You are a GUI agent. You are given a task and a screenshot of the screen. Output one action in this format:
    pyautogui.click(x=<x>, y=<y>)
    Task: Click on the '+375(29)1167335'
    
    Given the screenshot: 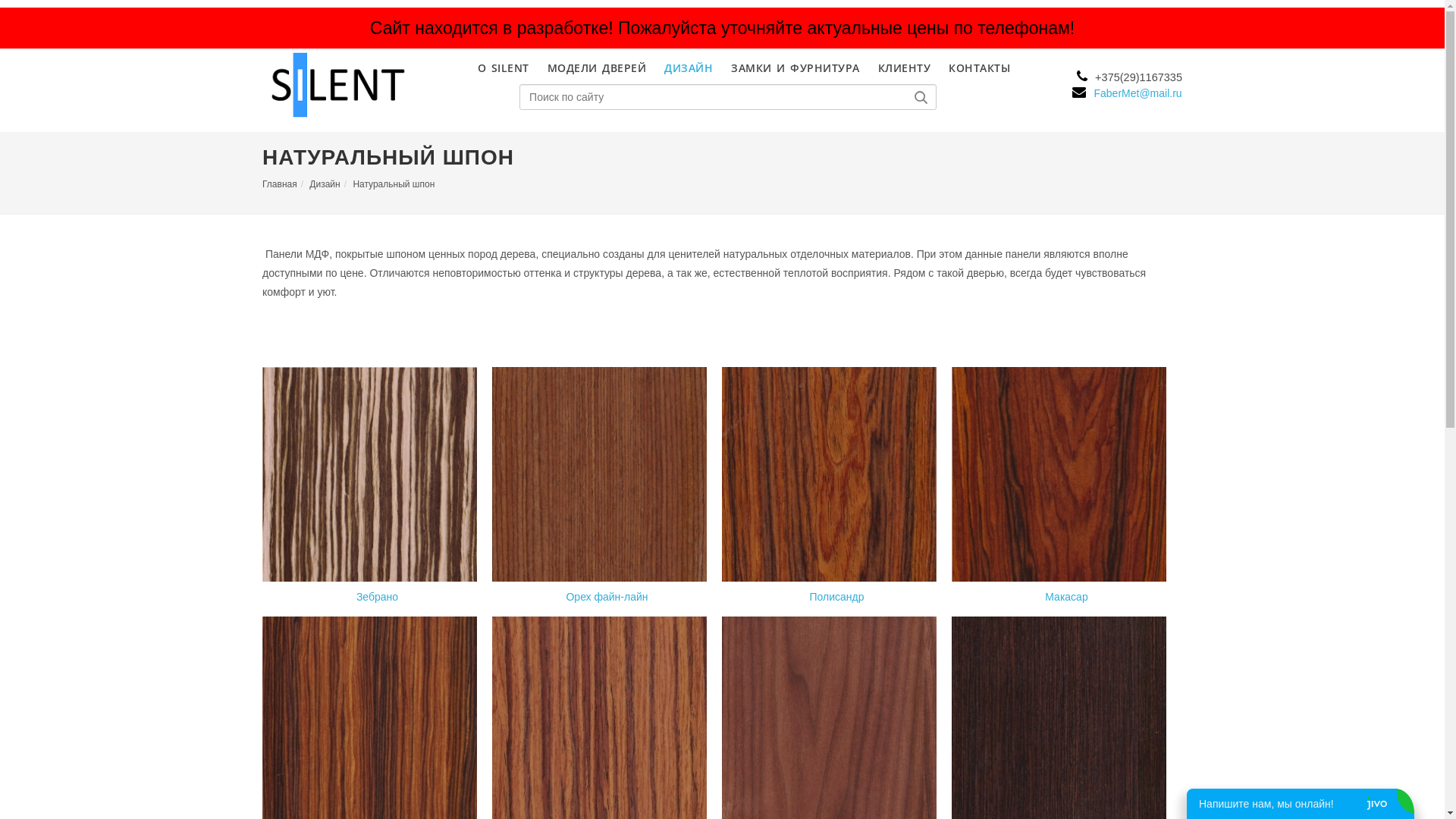 What is the action you would take?
    pyautogui.click(x=1127, y=77)
    